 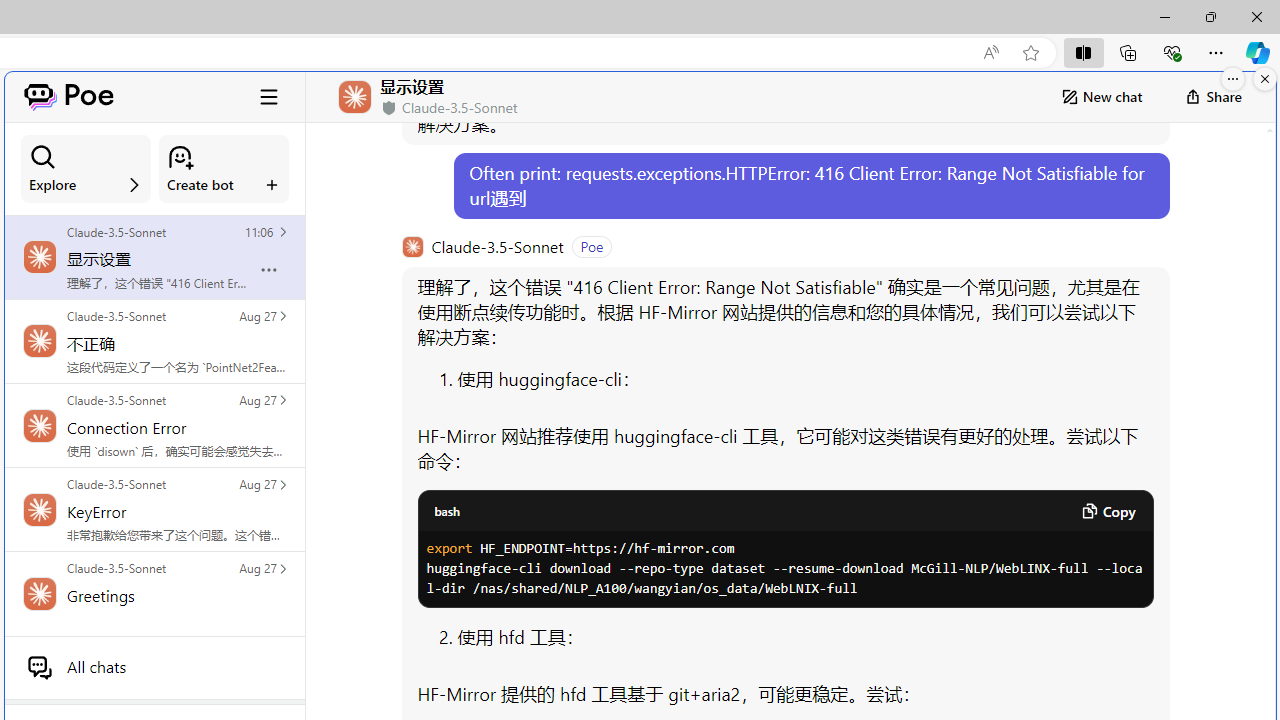 What do you see at coordinates (43, 156) in the screenshot?
I see `'Class: ManageBotsCardSection_searchIcon__laGLi'` at bounding box center [43, 156].